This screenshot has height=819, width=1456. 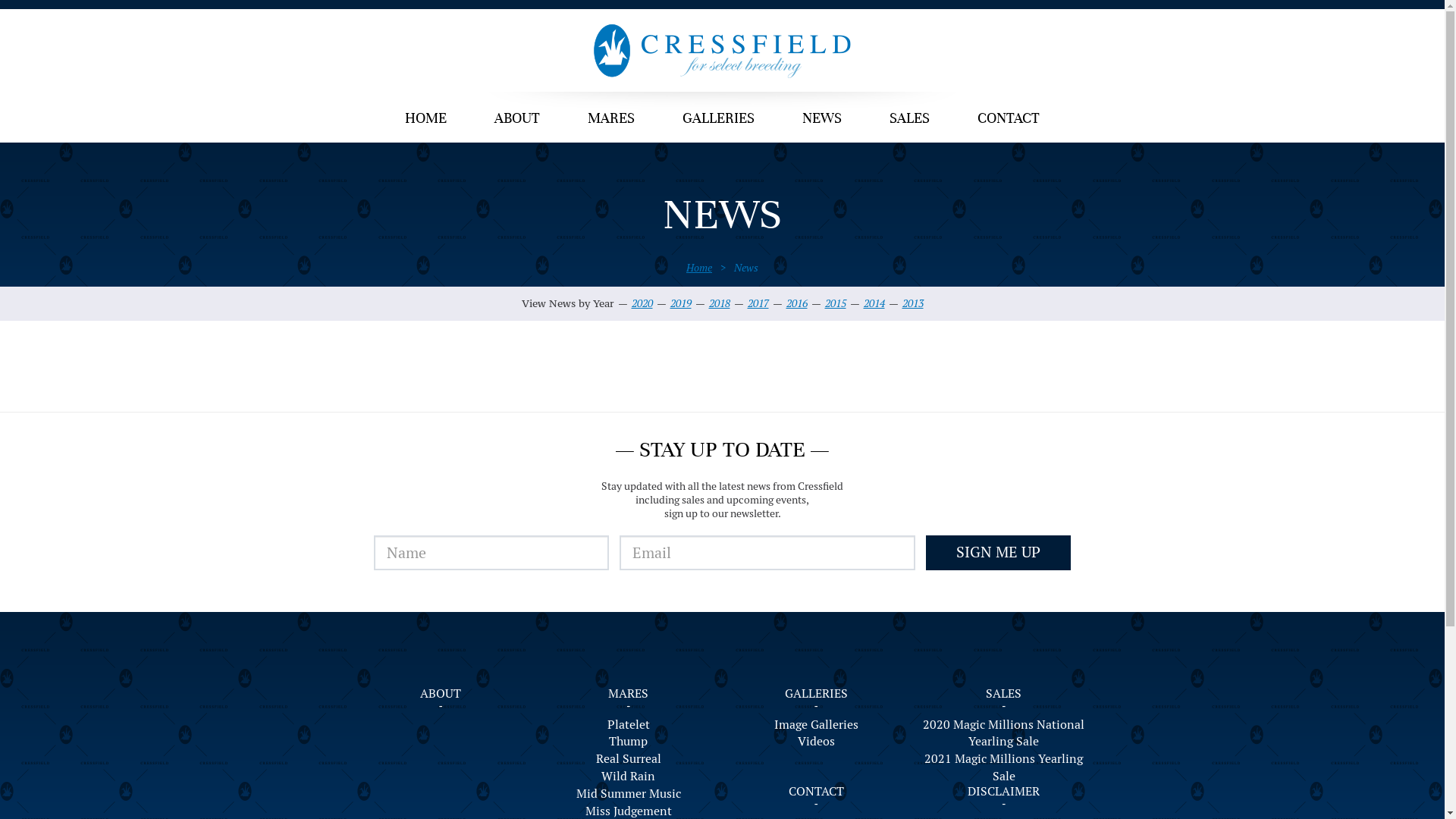 I want to click on 'MARES', so click(x=628, y=693).